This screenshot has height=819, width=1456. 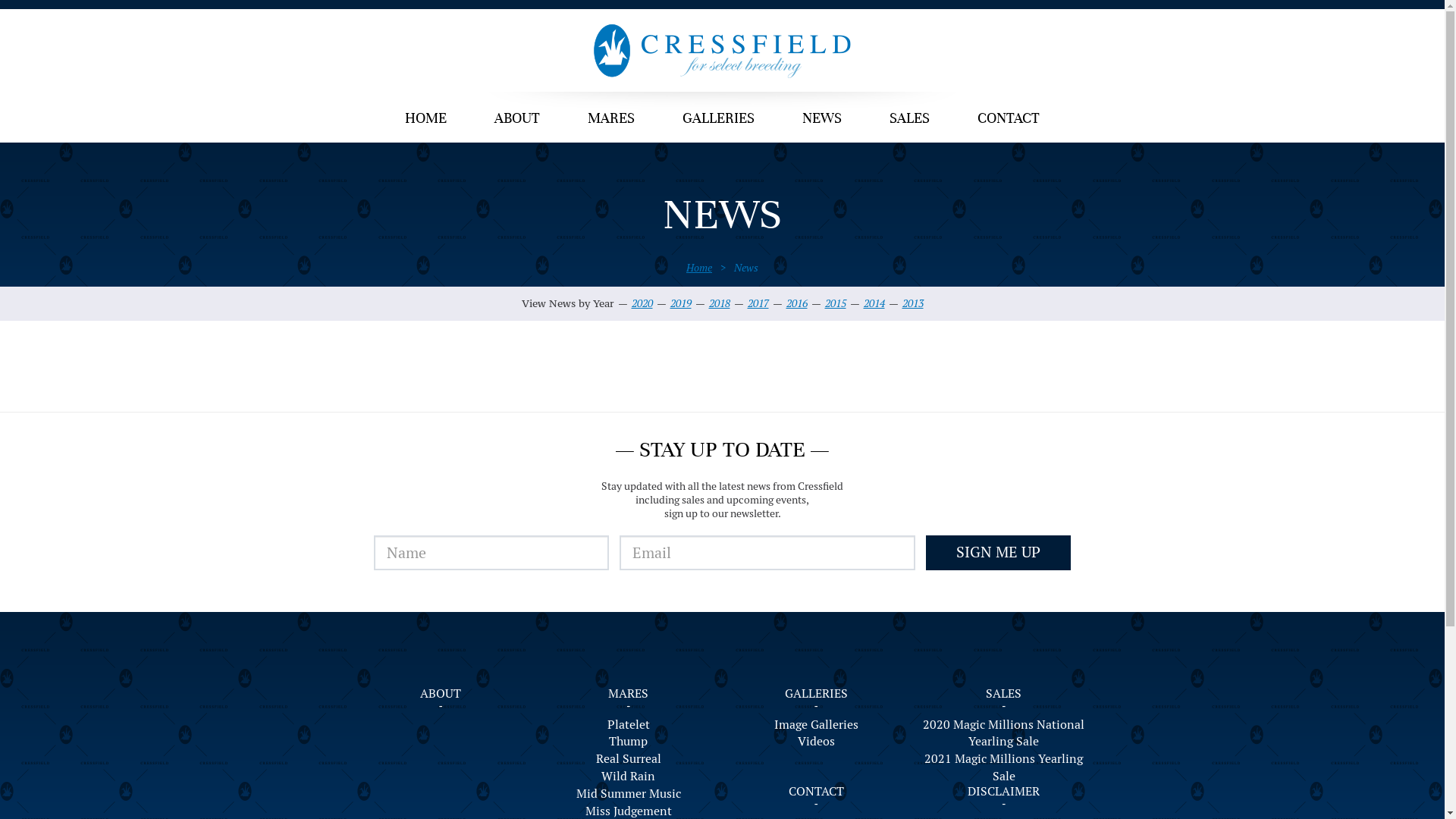 I want to click on 'MARES', so click(x=628, y=693).